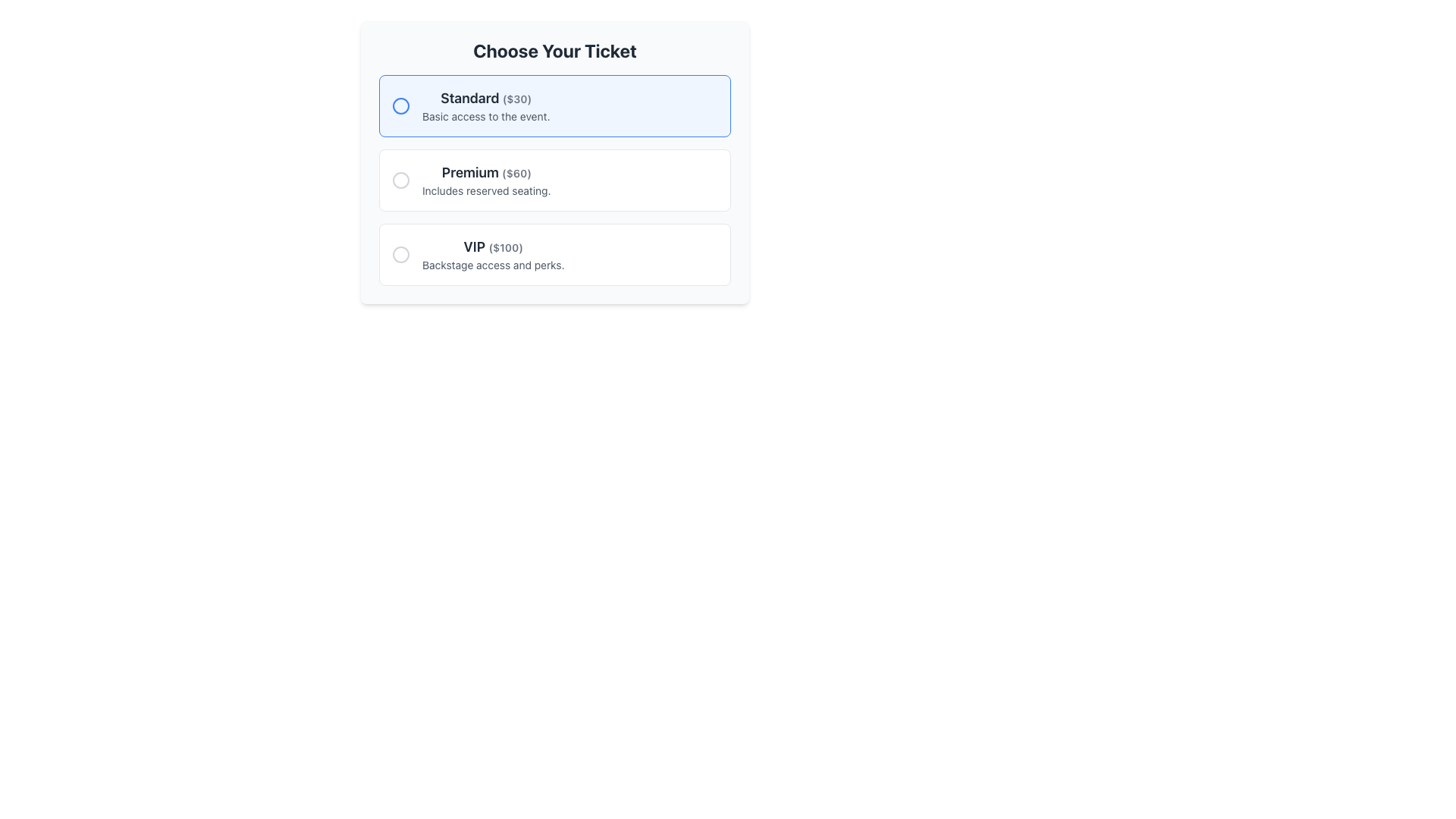  What do you see at coordinates (486, 190) in the screenshot?
I see `text content of the description providing additional information about the 'Premium' ticket option, located below the 'Premium ($60)' title` at bounding box center [486, 190].